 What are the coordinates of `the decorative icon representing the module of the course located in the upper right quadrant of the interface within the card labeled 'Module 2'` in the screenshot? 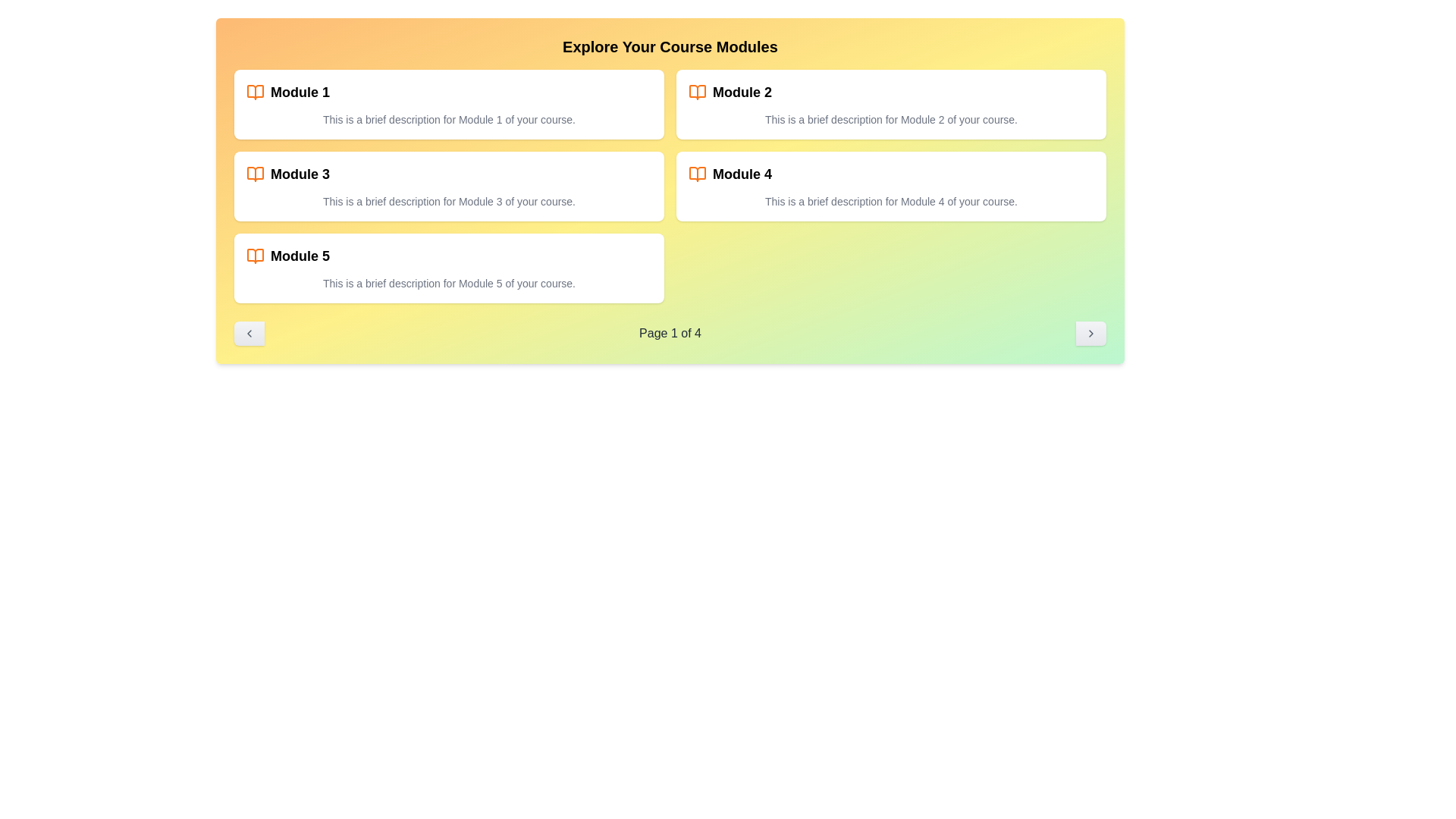 It's located at (697, 93).